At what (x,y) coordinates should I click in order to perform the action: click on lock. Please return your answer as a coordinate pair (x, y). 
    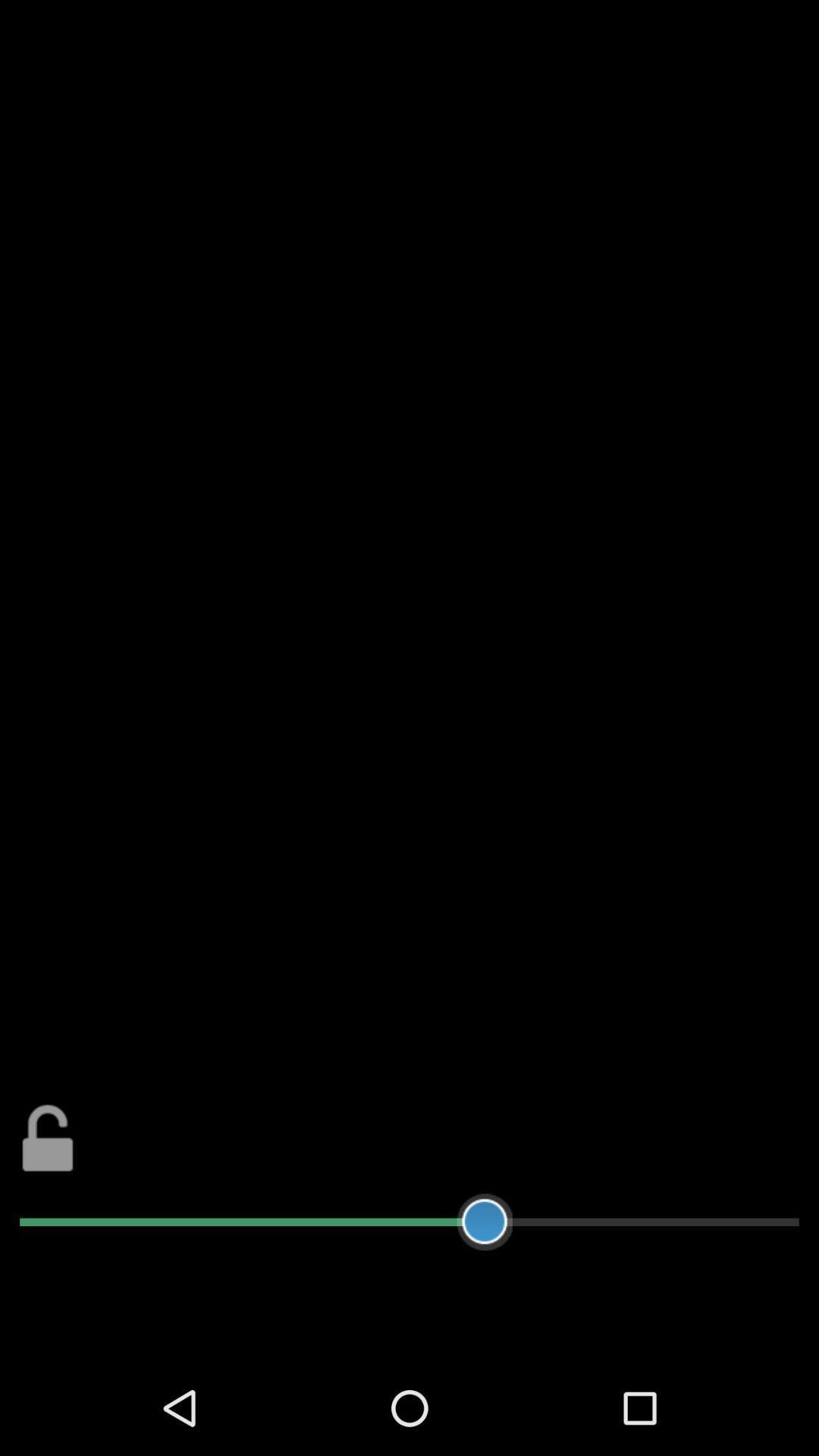
    Looking at the image, I should click on (47, 1137).